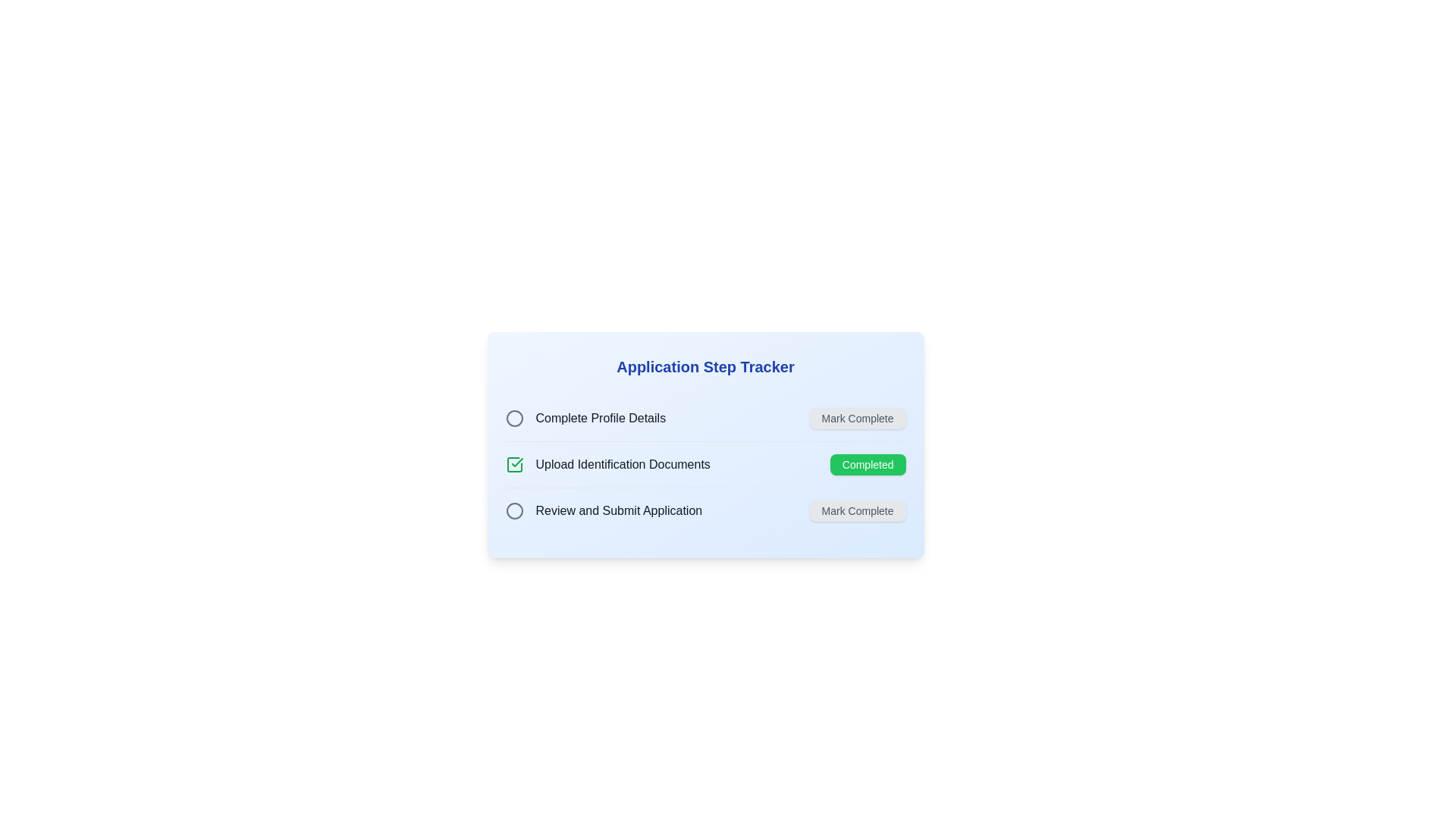 The width and height of the screenshot is (1456, 819). Describe the element at coordinates (607, 464) in the screenshot. I see `the Label displaying 'Upload Identification Documents' which is styled in dark gray and is located in the second row of the three-step process tracker, positioned left of the green 'Completed' button` at that location.